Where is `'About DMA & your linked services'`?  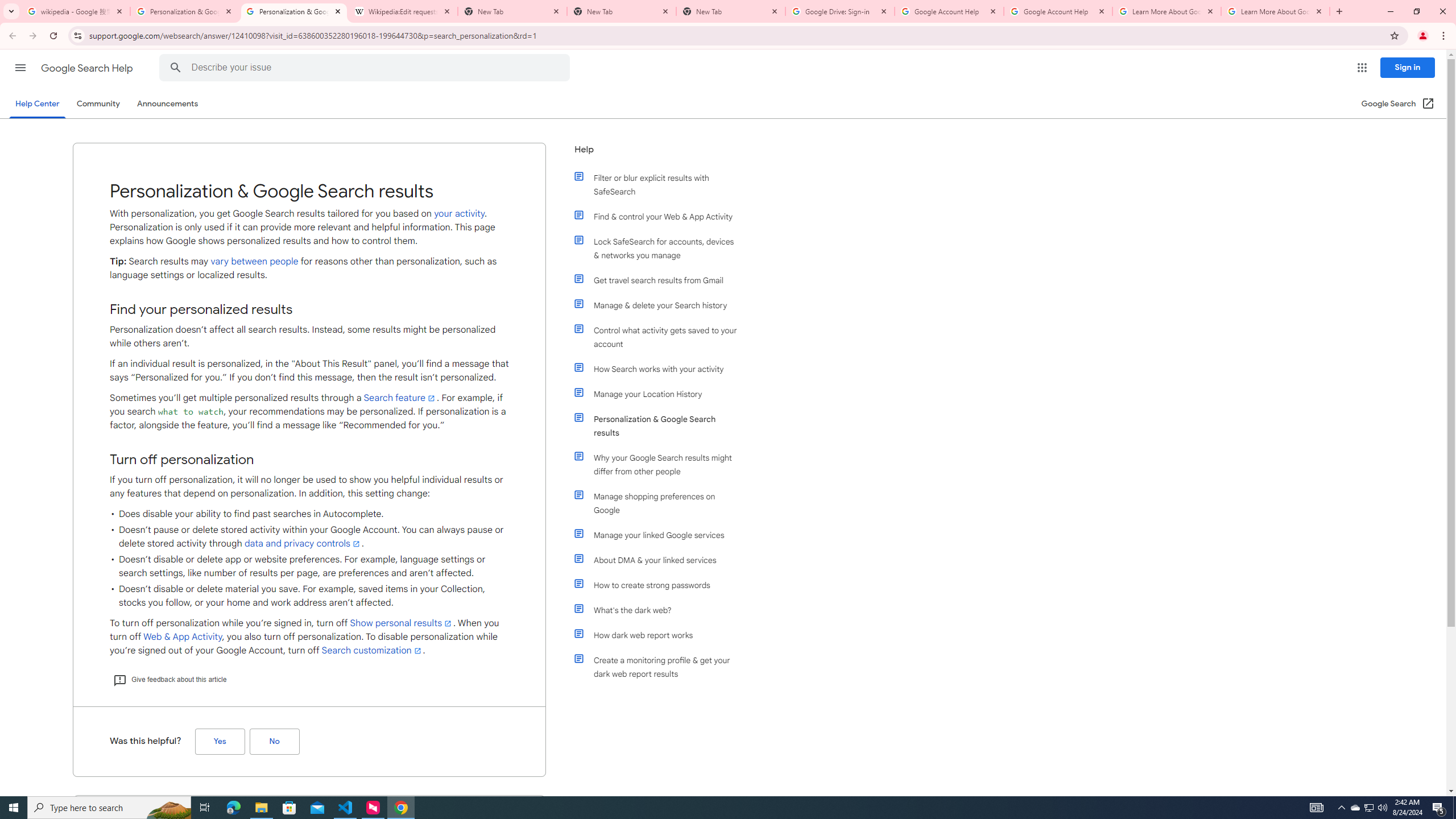
'About DMA & your linked services' is located at coordinates (661, 560).